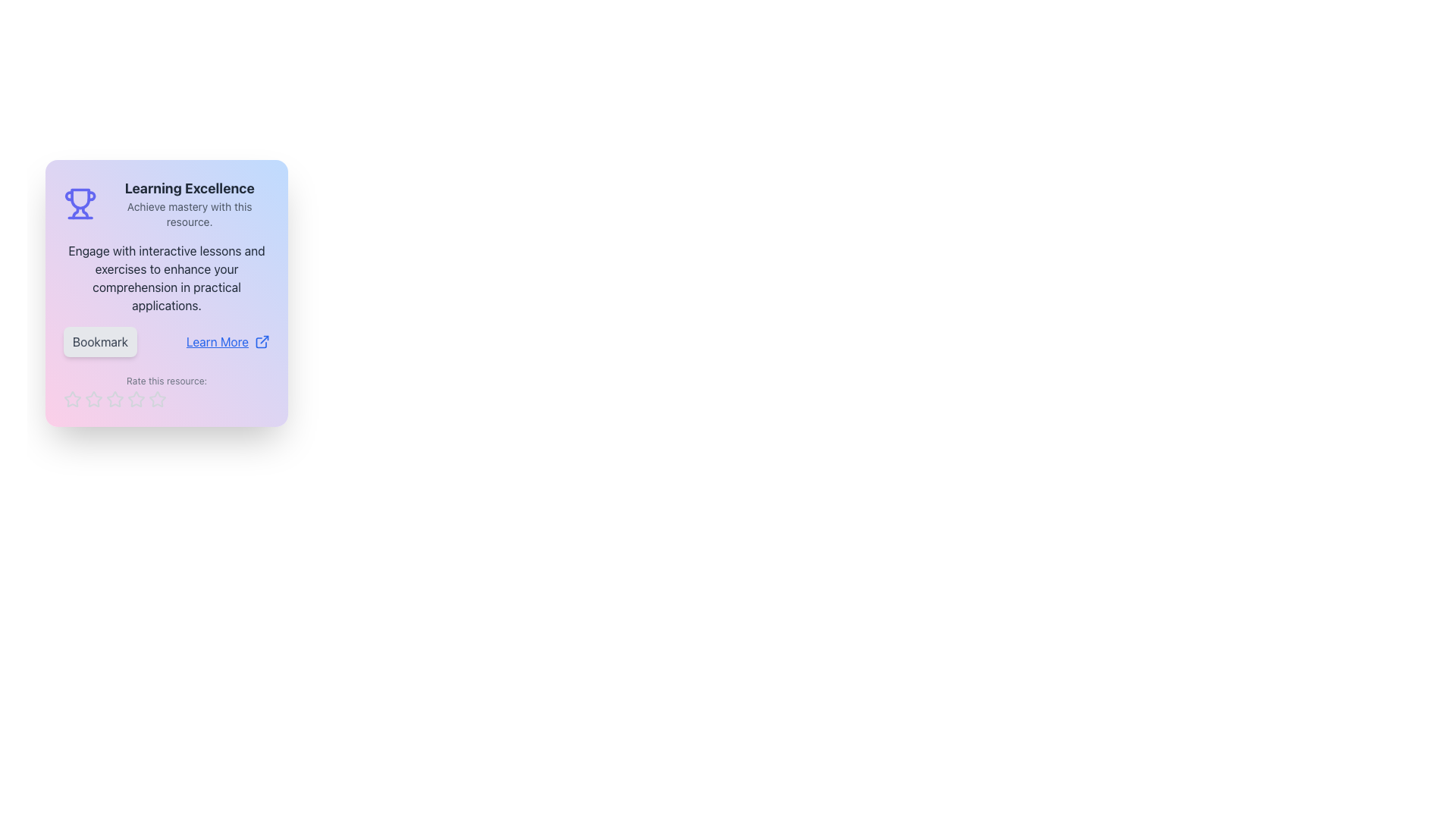 The height and width of the screenshot is (819, 1456). What do you see at coordinates (99, 342) in the screenshot?
I see `the 'Bookmark' button with rounded edges and a light gray background` at bounding box center [99, 342].